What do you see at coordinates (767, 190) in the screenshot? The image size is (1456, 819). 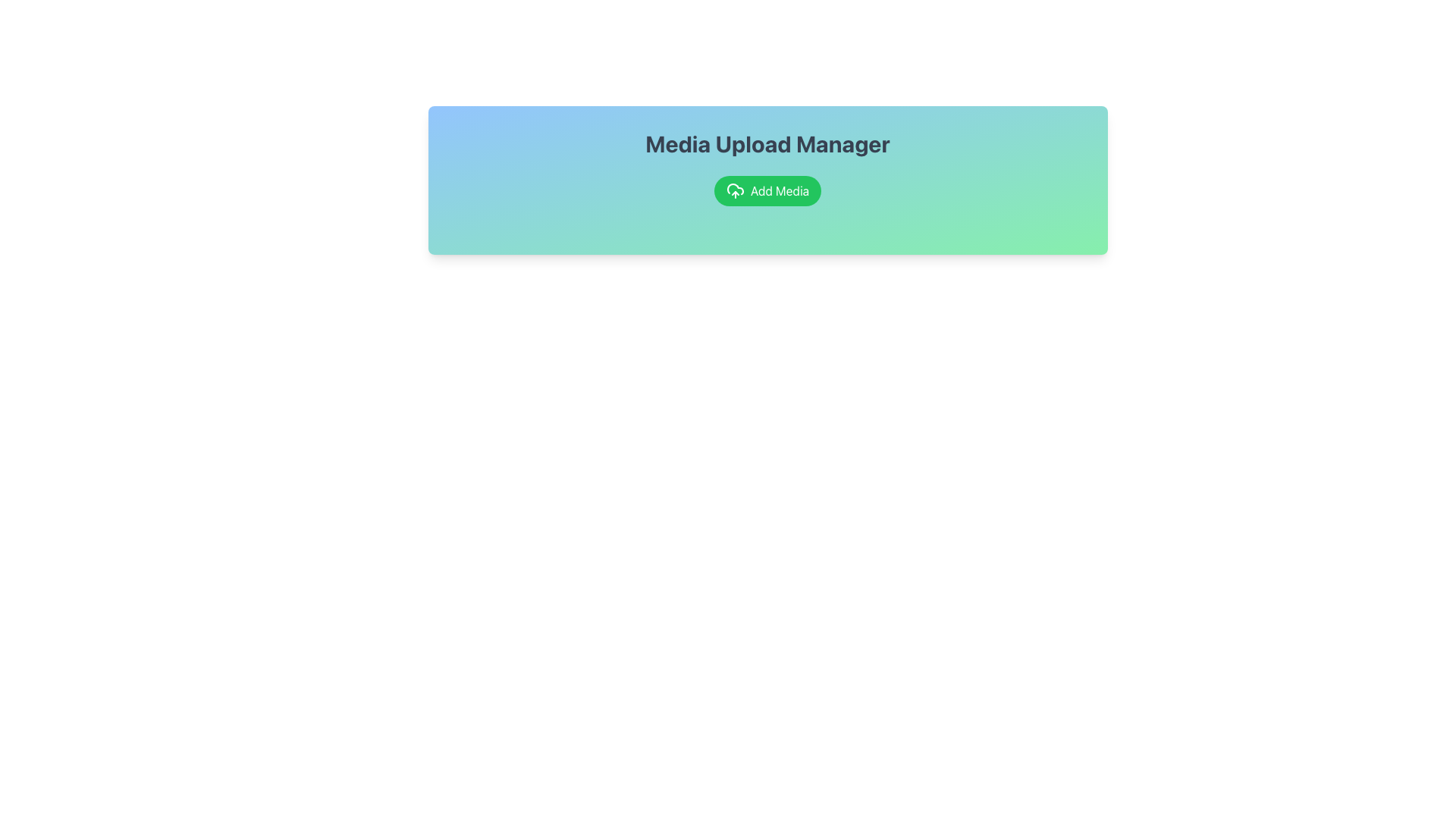 I see `the 'Add Media' button, which has a green background with white text and an upload cloud icon` at bounding box center [767, 190].